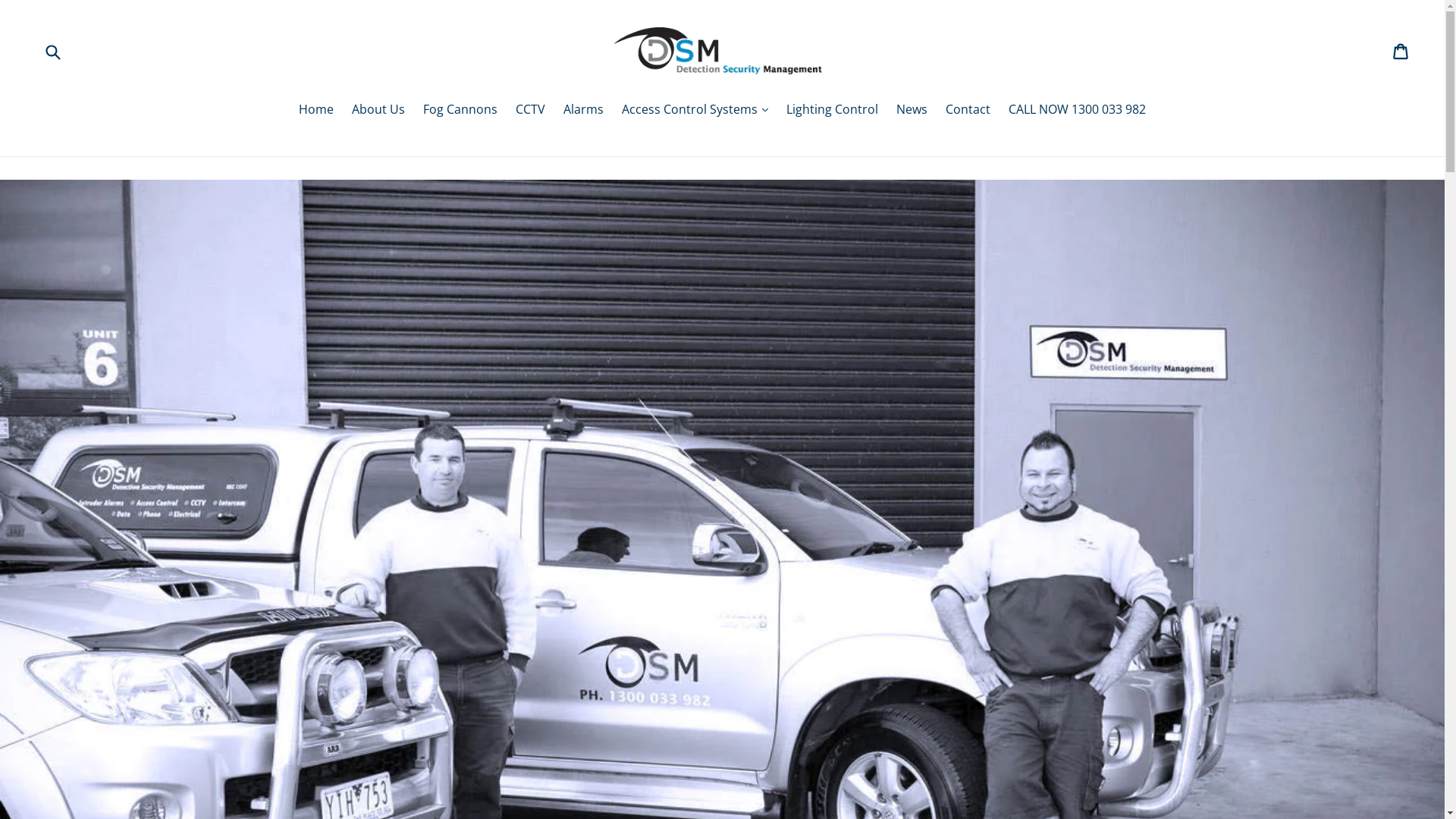 Image resolution: width=1456 pixels, height=819 pixels. What do you see at coordinates (530, 109) in the screenshot?
I see `'CCTV'` at bounding box center [530, 109].